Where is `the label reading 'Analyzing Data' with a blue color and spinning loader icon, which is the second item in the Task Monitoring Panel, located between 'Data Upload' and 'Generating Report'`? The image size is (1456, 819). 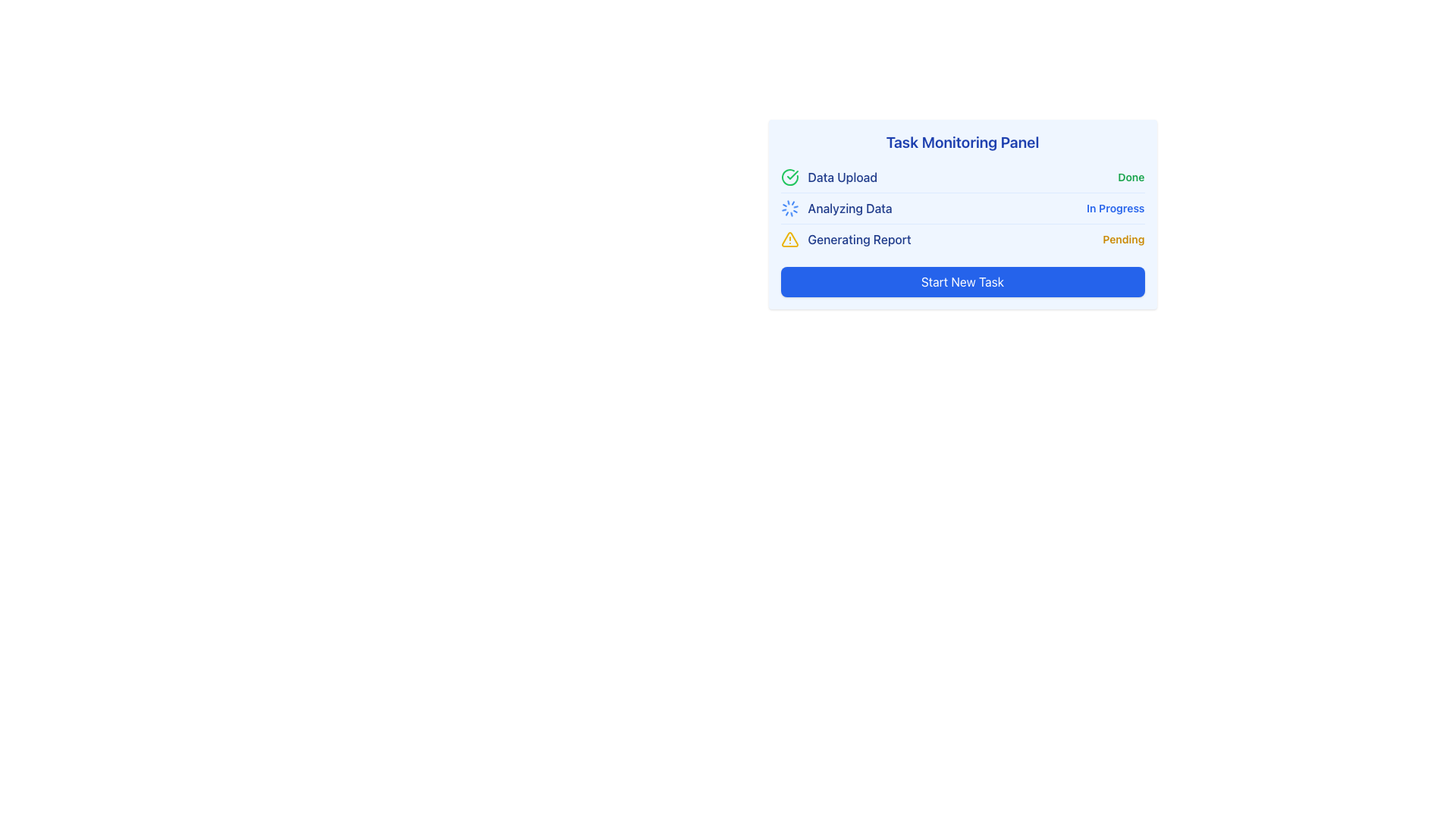 the label reading 'Analyzing Data' with a blue color and spinning loader icon, which is the second item in the Task Monitoring Panel, located between 'Data Upload' and 'Generating Report' is located at coordinates (836, 208).